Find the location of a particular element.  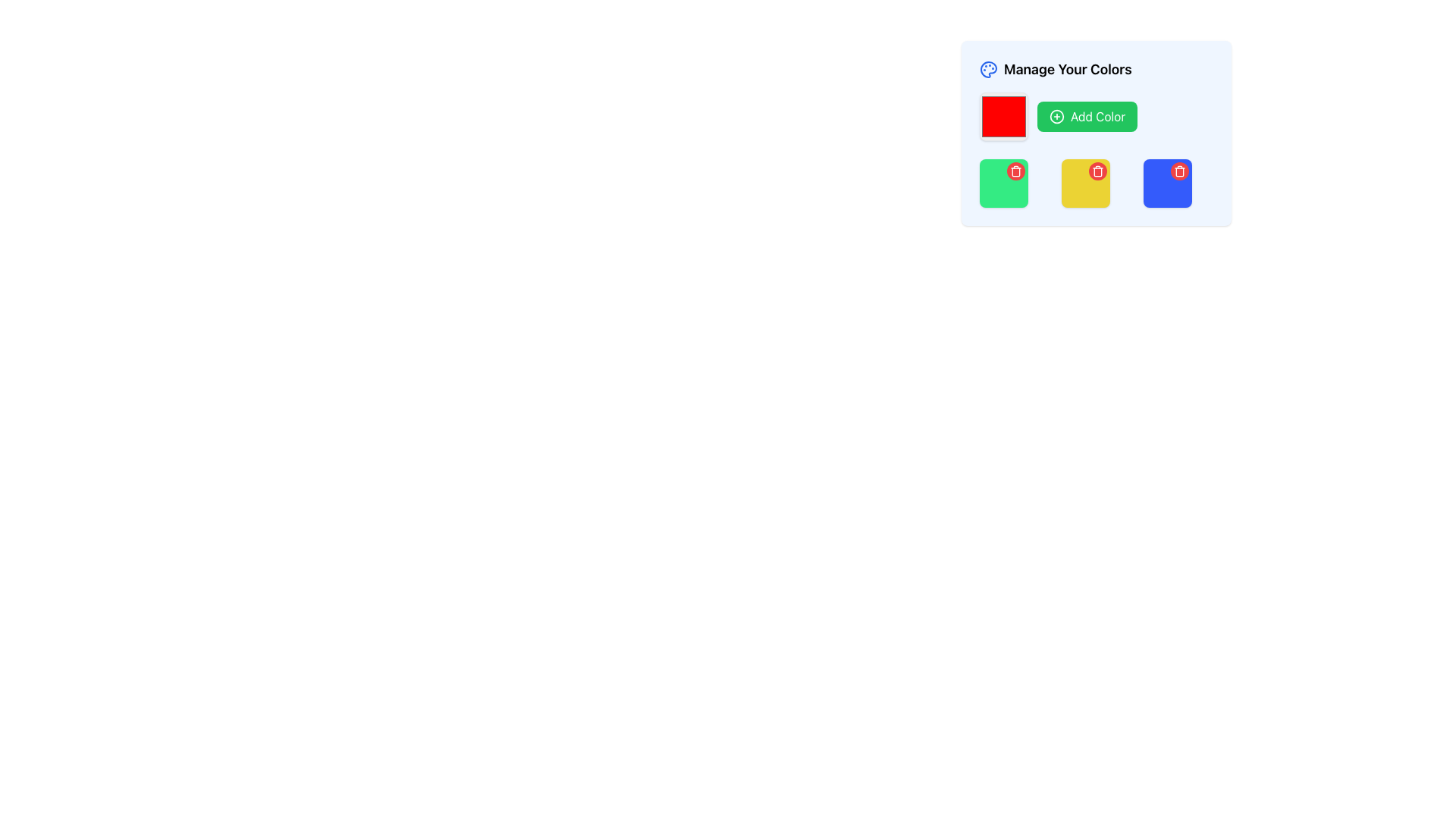

the 'Add Color' button, which is a green button with white text and a plus icon, located within the 'Manage Your Colors' section is located at coordinates (1096, 116).